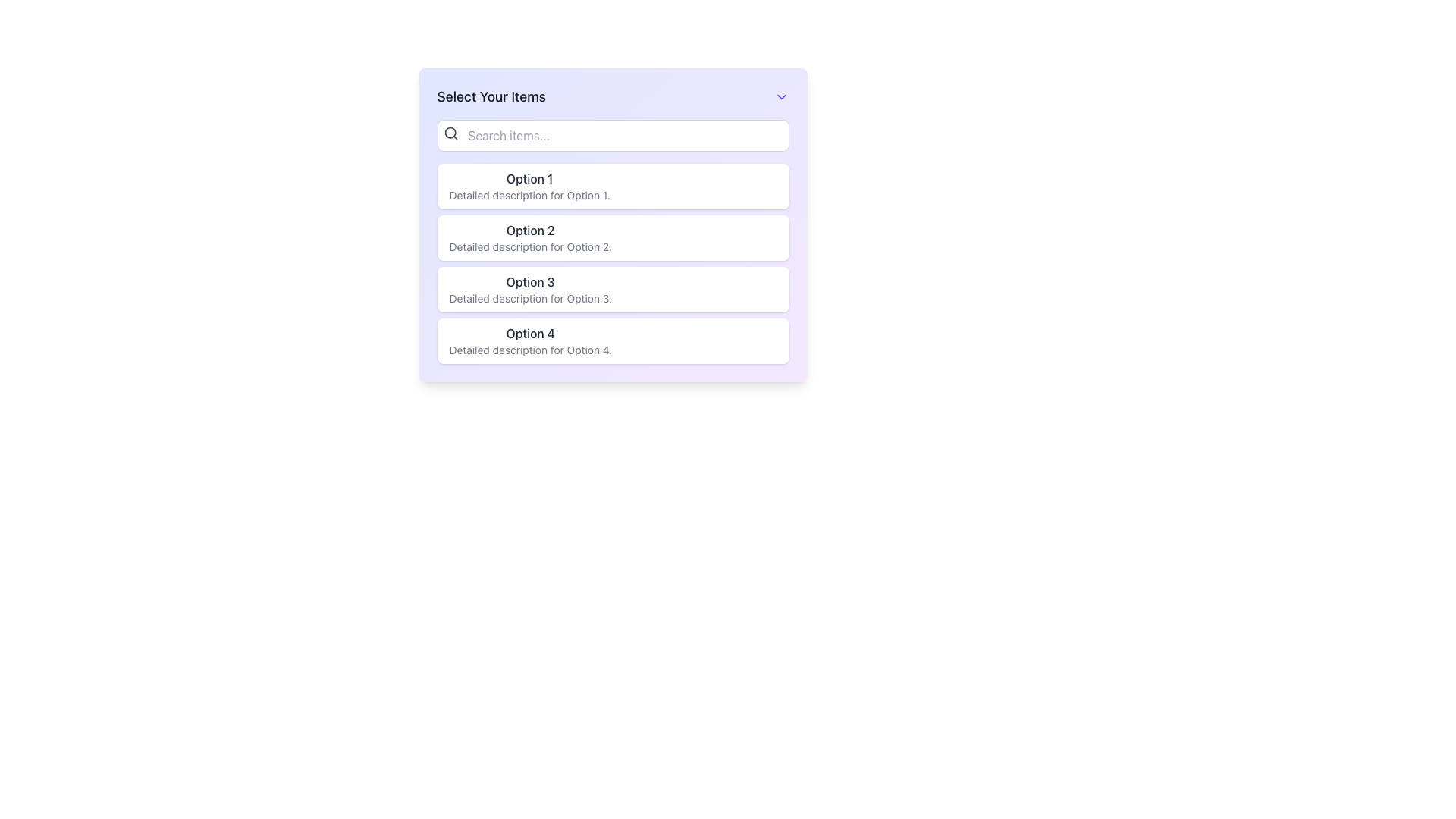 This screenshot has height=819, width=1456. Describe the element at coordinates (613, 237) in the screenshot. I see `the second list item that displays 'Option 2' with a detailed description to trigger additional styling effects` at that location.